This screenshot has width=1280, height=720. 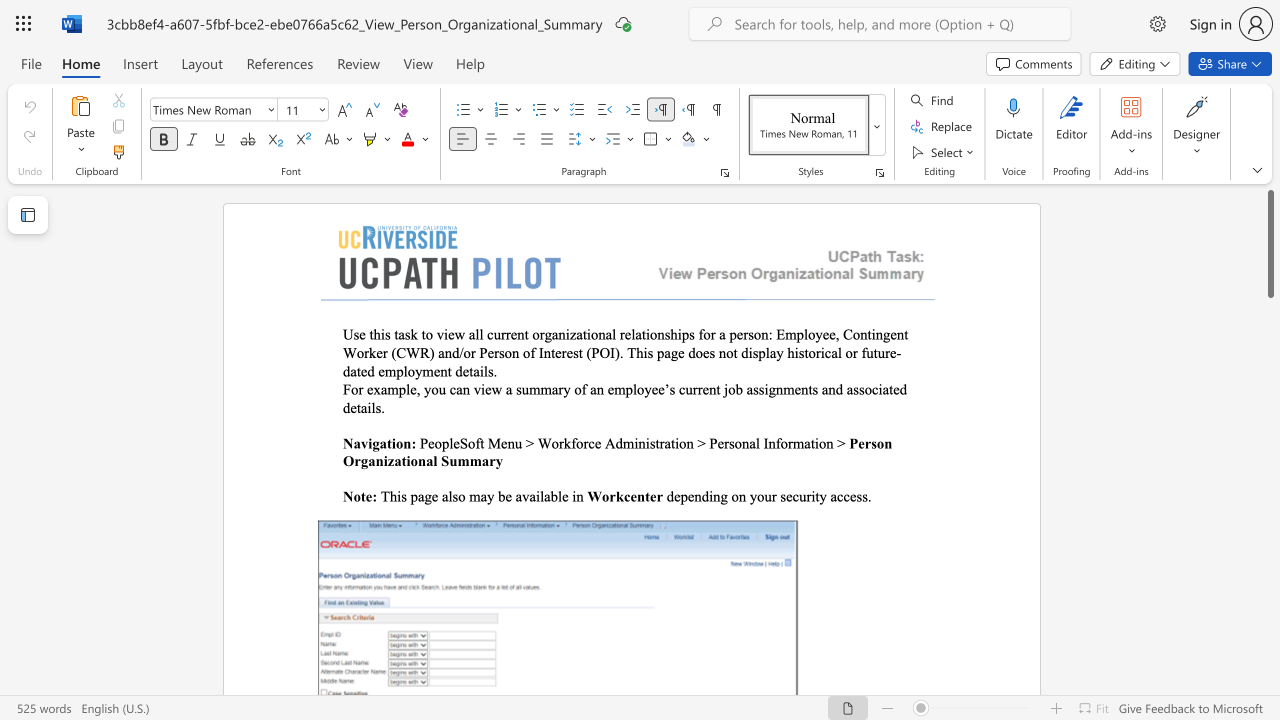 I want to click on the 1th character "b" in the text, so click(x=501, y=495).